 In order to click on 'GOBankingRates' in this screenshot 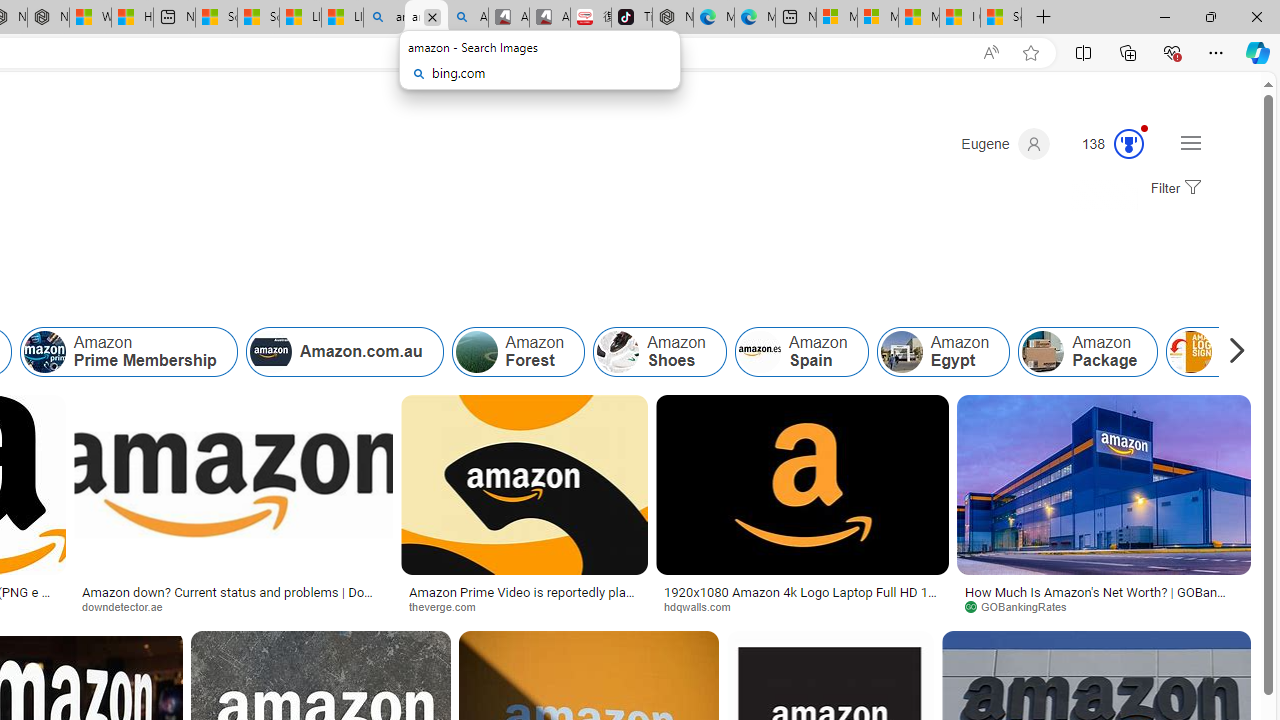, I will do `click(1023, 605)`.